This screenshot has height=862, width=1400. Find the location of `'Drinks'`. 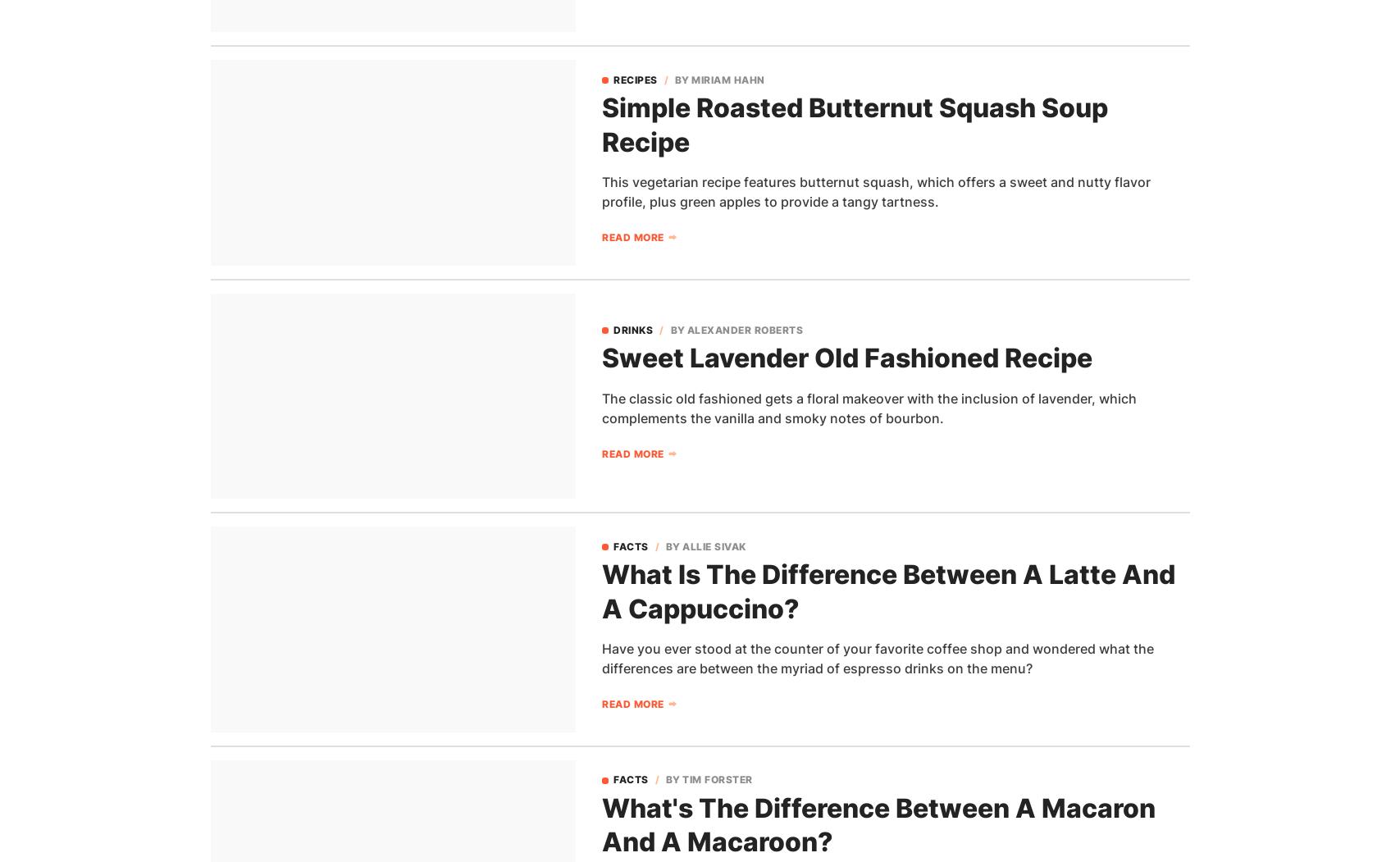

'Drinks' is located at coordinates (633, 328).